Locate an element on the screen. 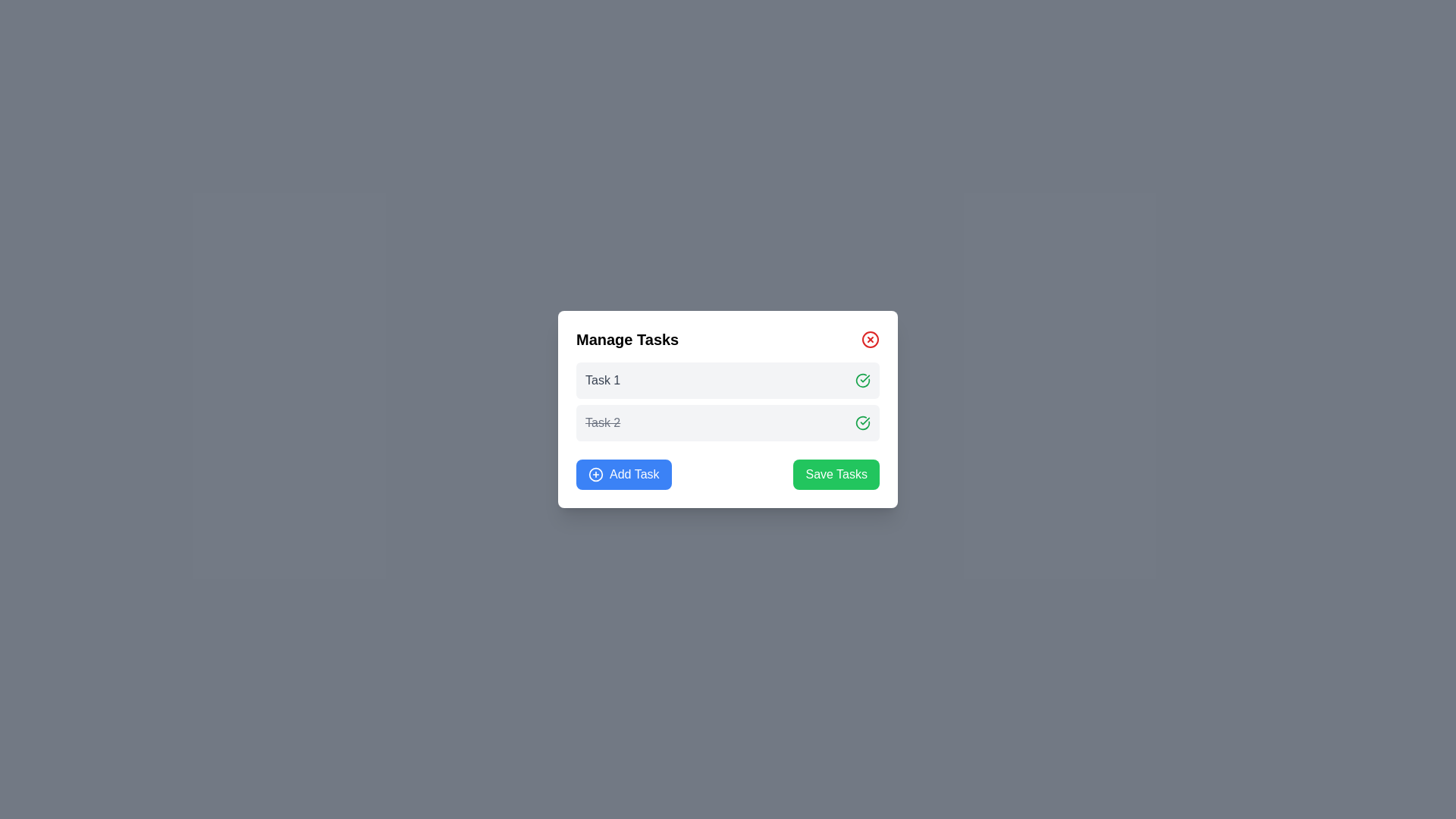 The image size is (1456, 819). the blue circular icon featuring a plus sign in the center, which is located inside the button labeled 'Add Task' in the lower left of the dialog box is located at coordinates (595, 473).